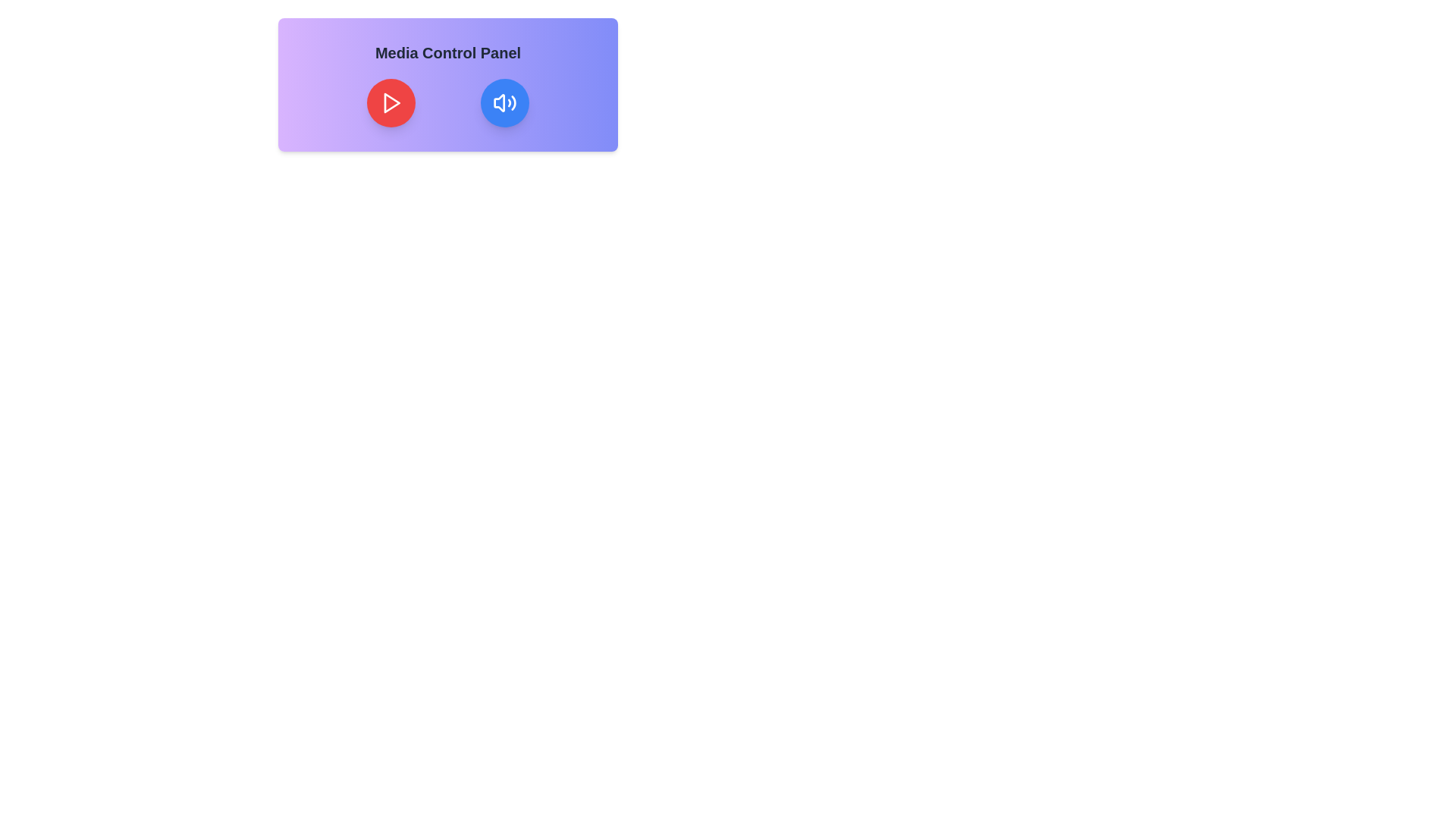 The image size is (1456, 819). What do you see at coordinates (391, 102) in the screenshot?
I see `the play/pause button to toggle the playback state` at bounding box center [391, 102].